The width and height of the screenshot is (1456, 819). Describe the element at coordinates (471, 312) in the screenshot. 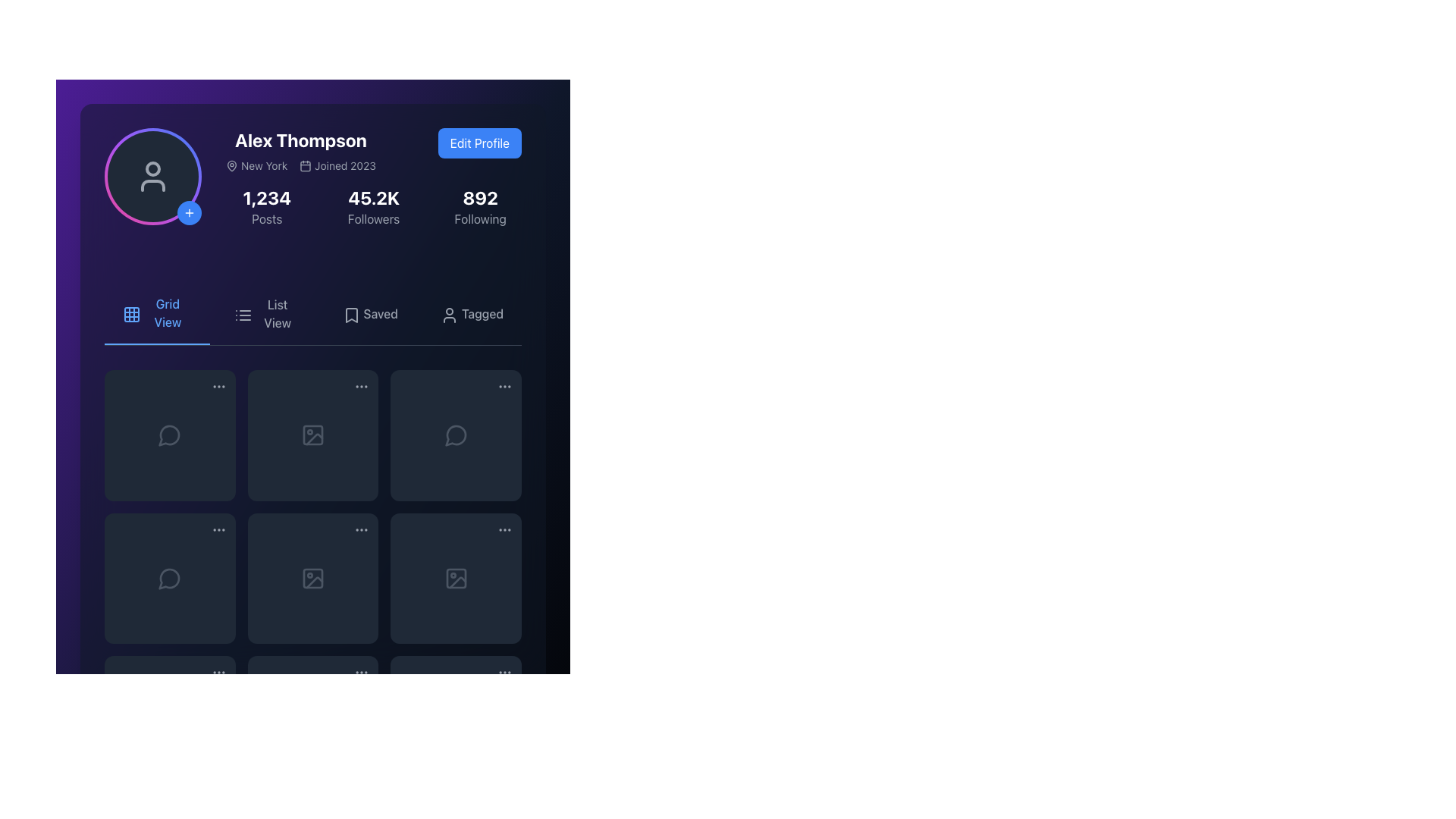

I see `the 'Tagged' button in the navigation bar` at that location.